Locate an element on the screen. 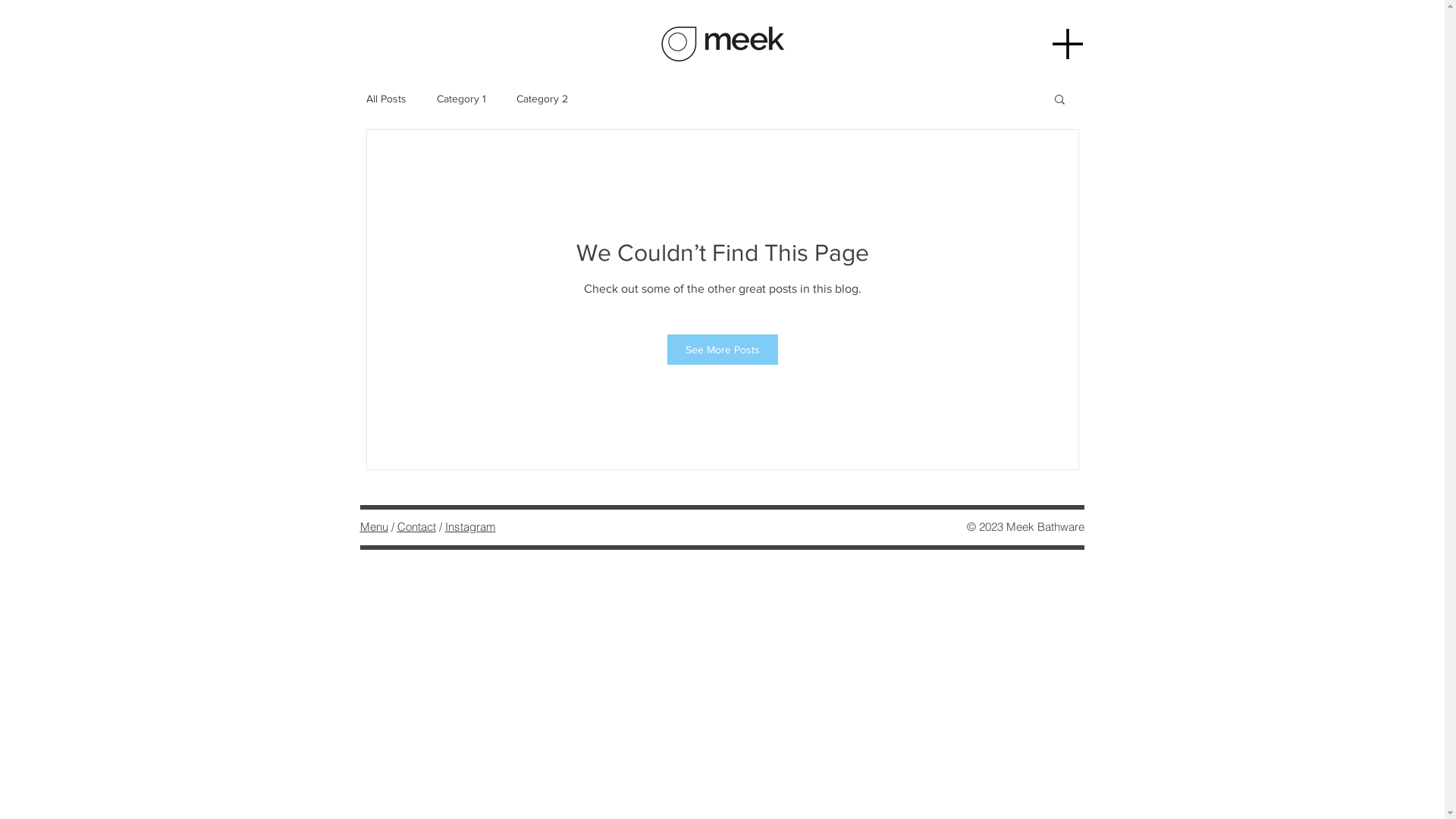  'Menu' is located at coordinates (373, 526).